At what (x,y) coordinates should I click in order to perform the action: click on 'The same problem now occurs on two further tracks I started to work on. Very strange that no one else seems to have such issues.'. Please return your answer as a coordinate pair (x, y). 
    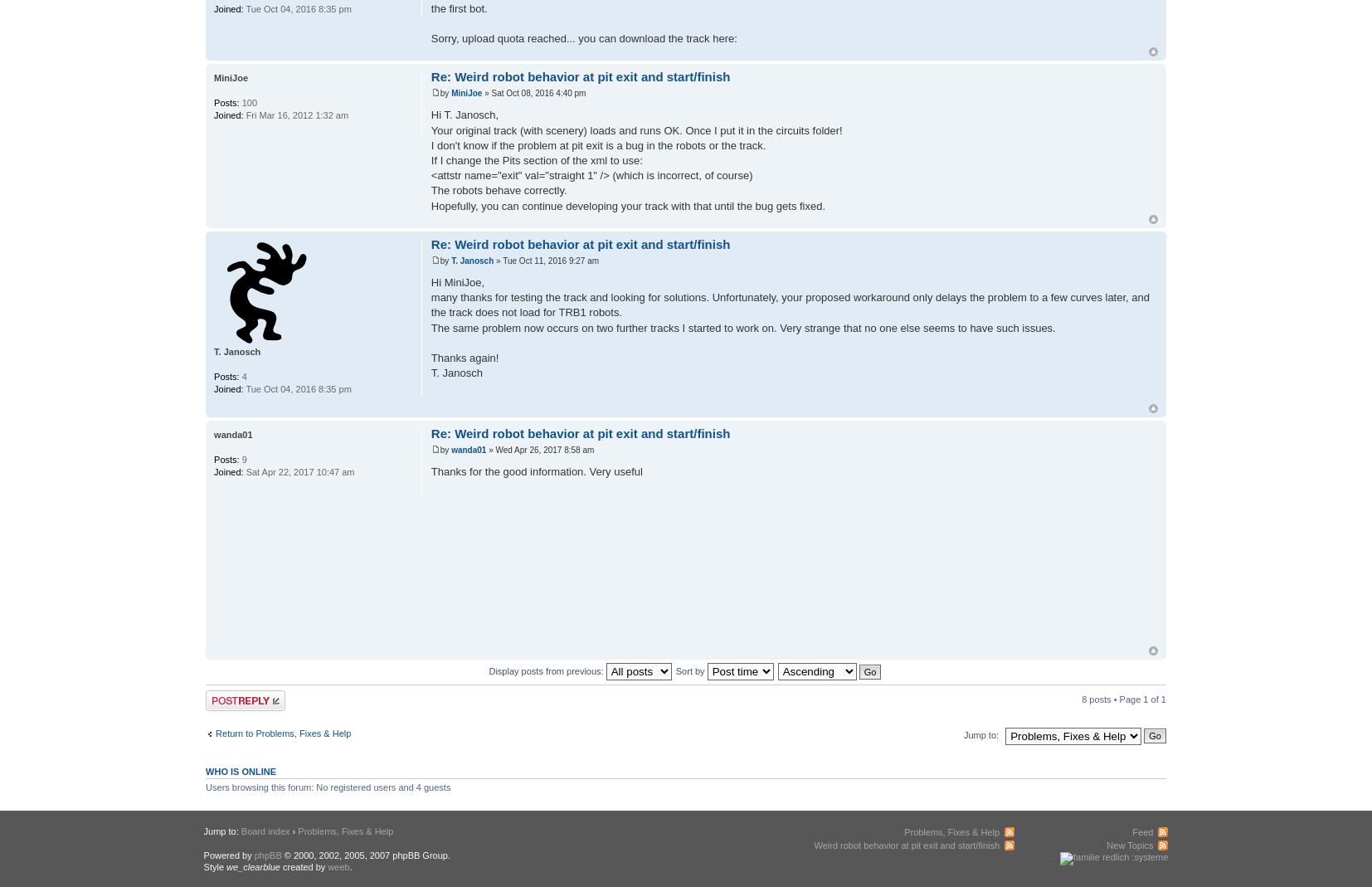
    Looking at the image, I should click on (742, 327).